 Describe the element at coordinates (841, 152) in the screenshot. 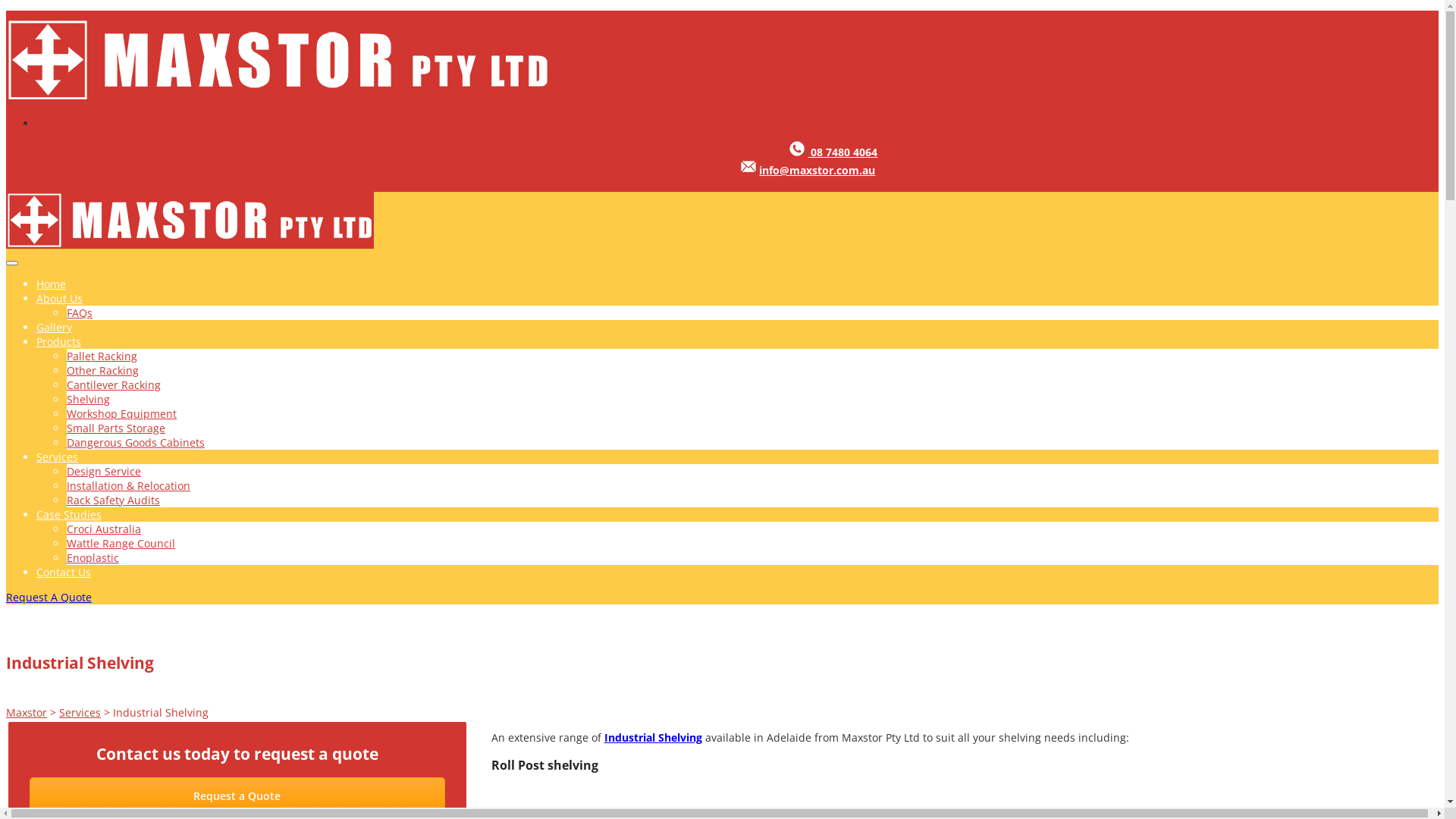

I see `'08 7480 4064'` at that location.